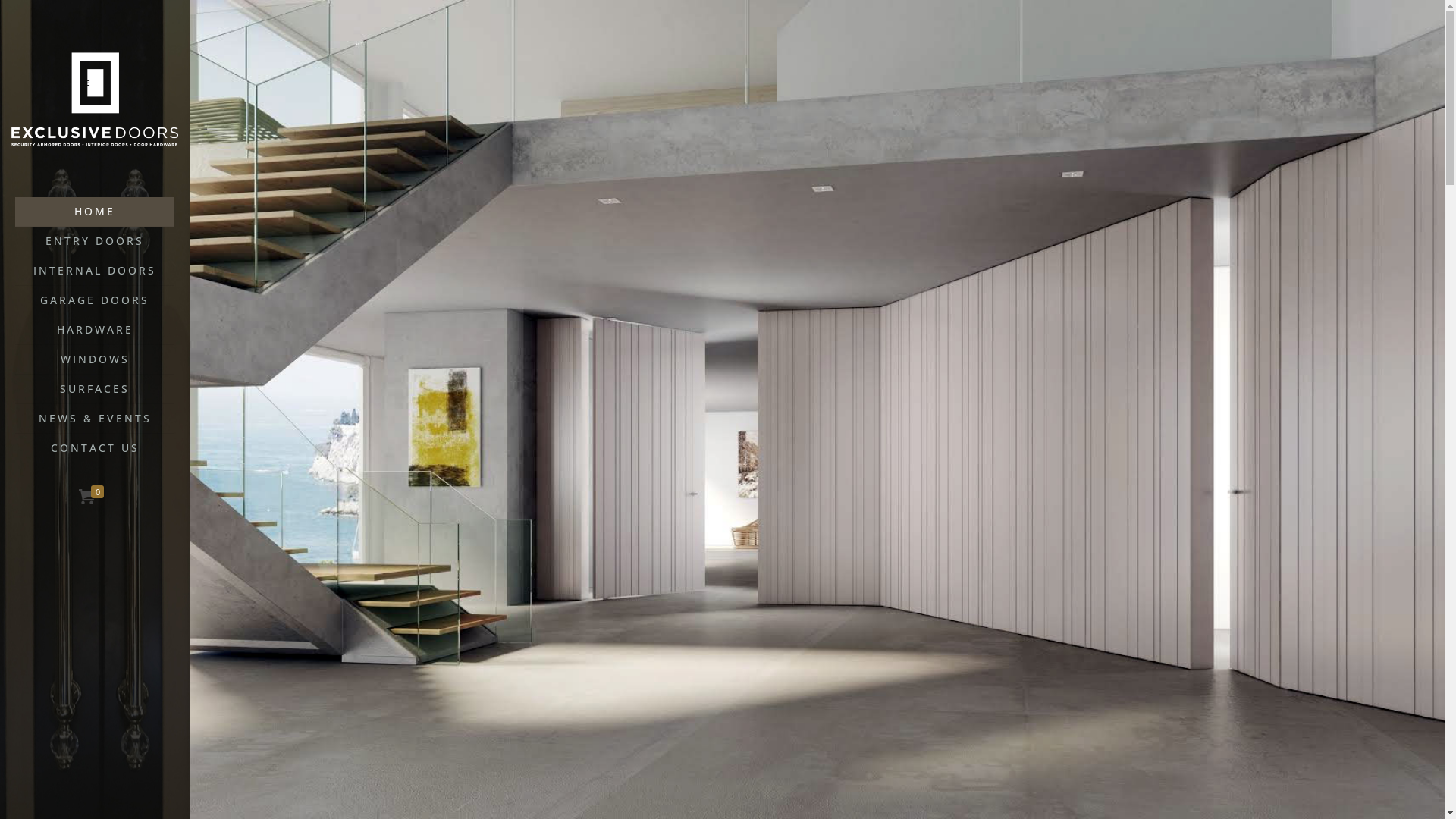  Describe the element at coordinates (93, 240) in the screenshot. I see `'ENTRY DOORS'` at that location.